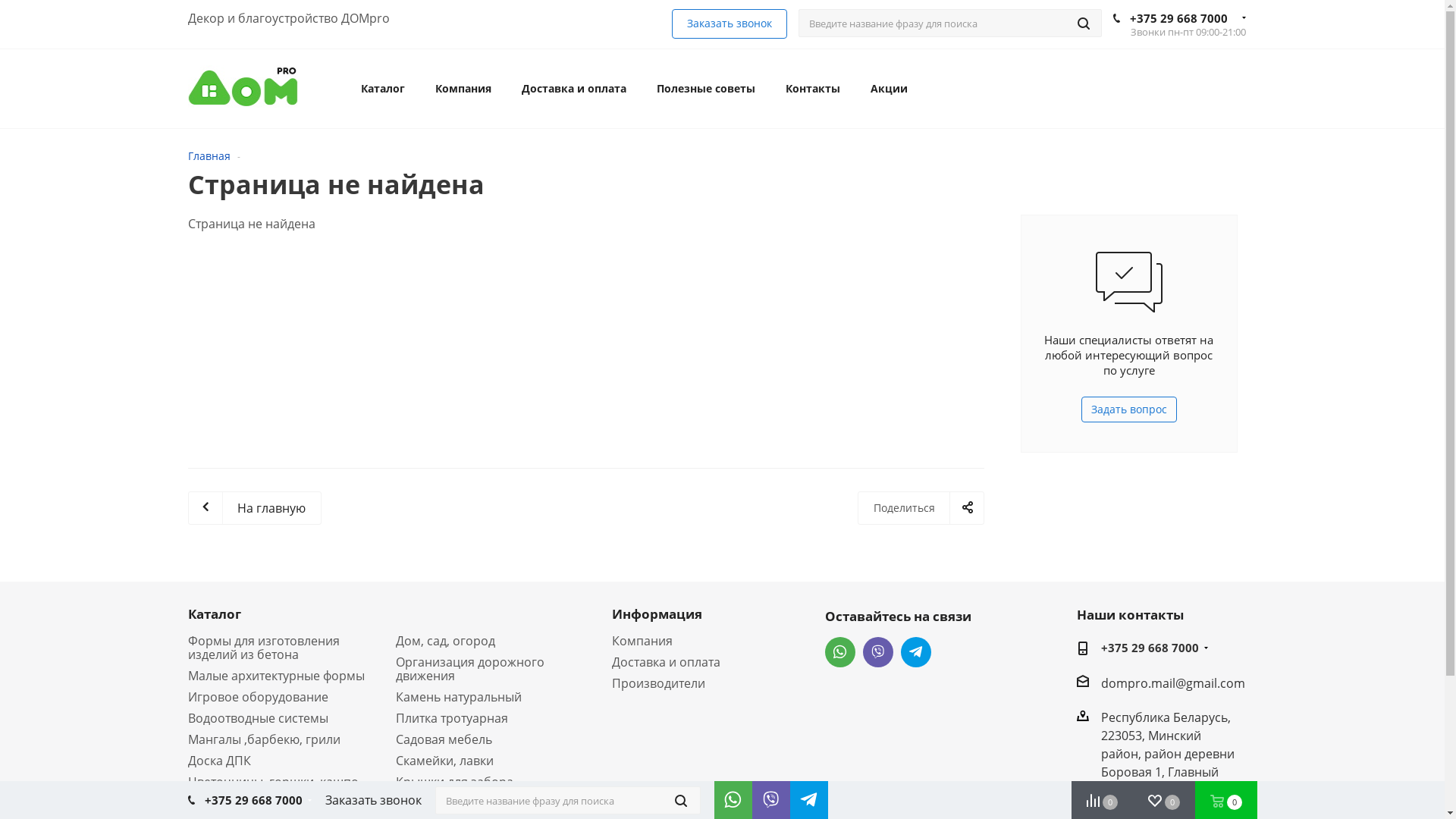 Image resolution: width=1456 pixels, height=819 pixels. Describe the element at coordinates (253, 799) in the screenshot. I see `'+375 29 668 7000'` at that location.